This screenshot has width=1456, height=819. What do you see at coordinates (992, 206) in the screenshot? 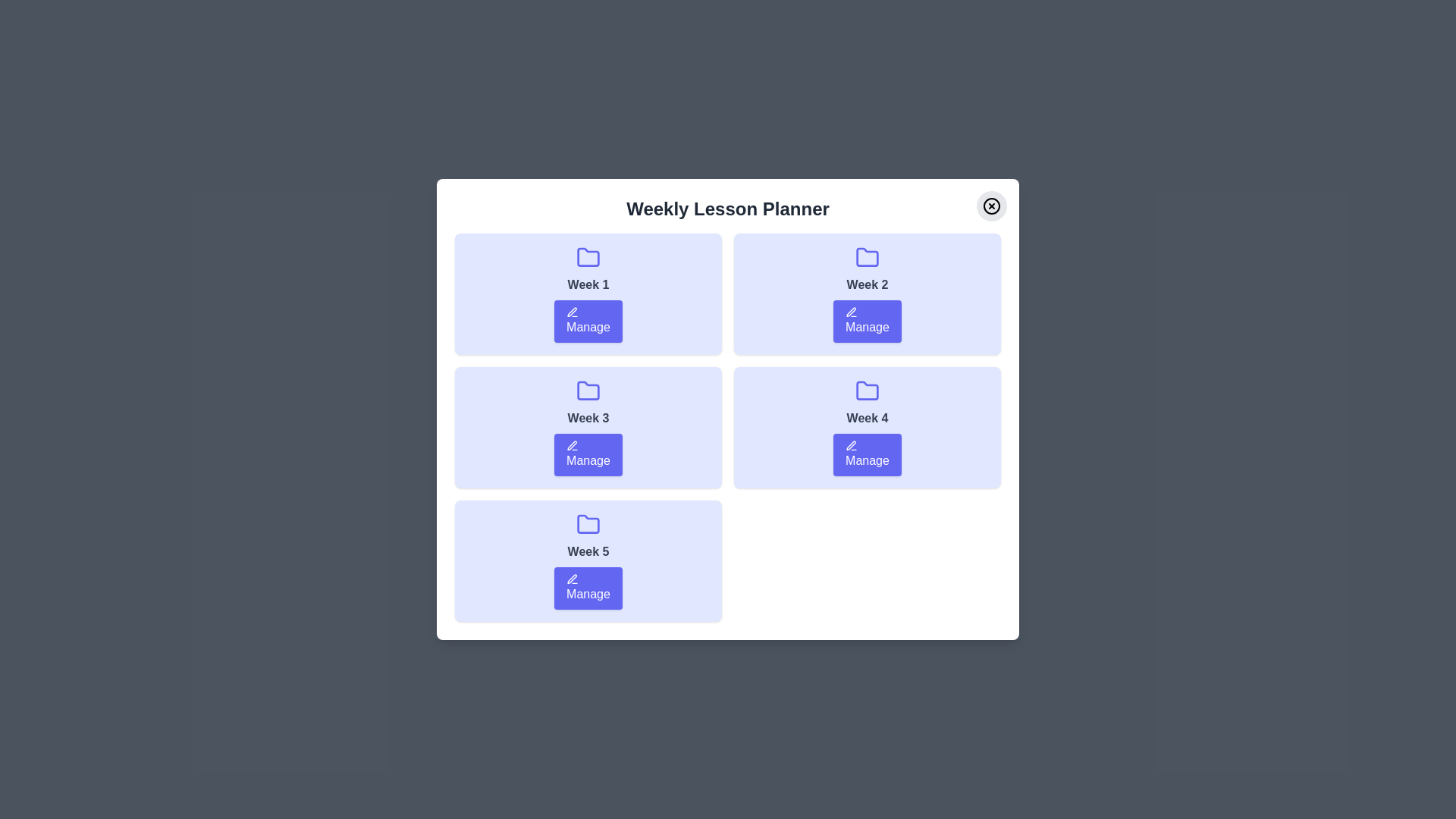
I see `the close button in the top-right corner of the dialog to close it` at bounding box center [992, 206].